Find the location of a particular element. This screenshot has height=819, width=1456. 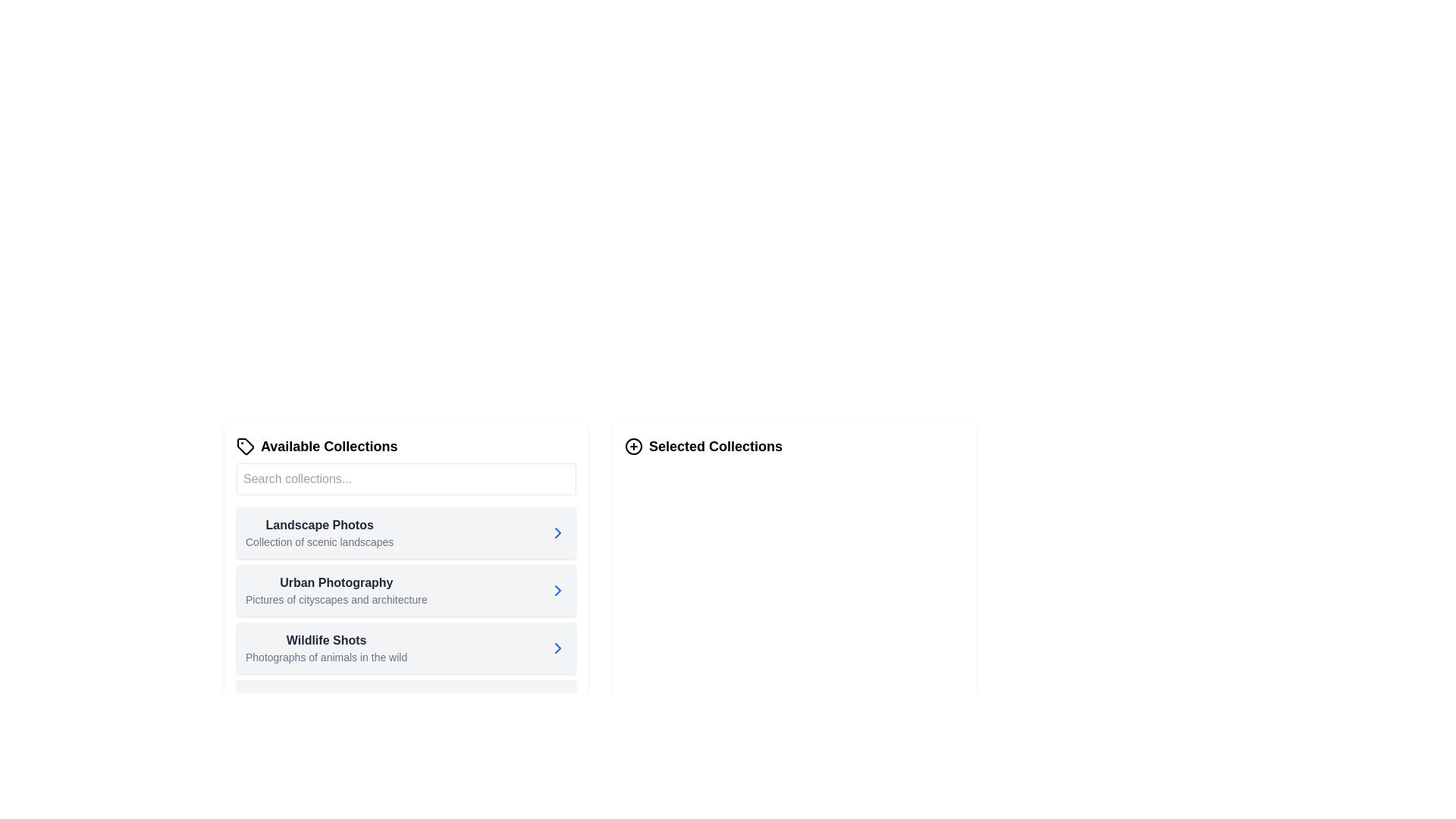

descriptive text label located directly underneath the 'Urban Photography' heading in the 'Available Collections' section of the left pane is located at coordinates (335, 598).